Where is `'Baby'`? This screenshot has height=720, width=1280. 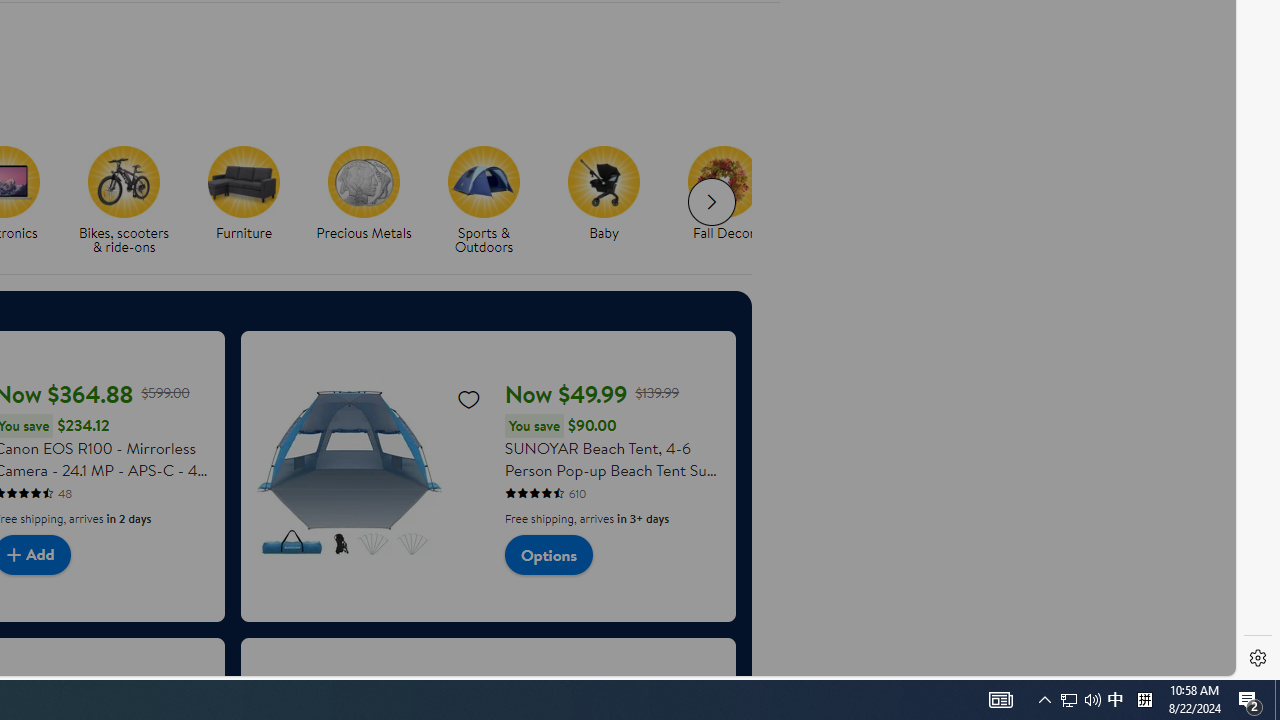
'Baby' is located at coordinates (603, 181).